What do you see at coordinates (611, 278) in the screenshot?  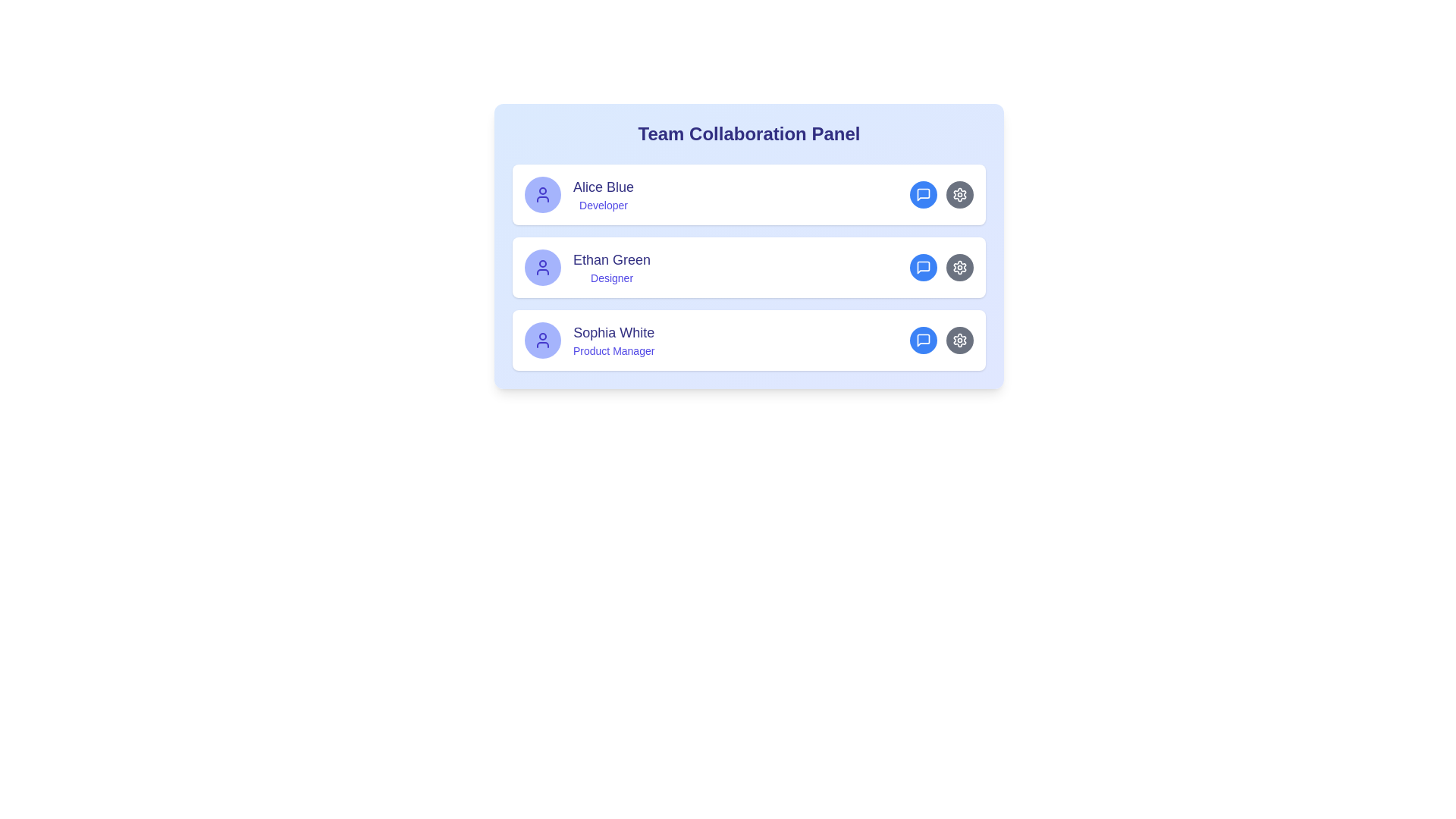 I see `the text label that describes the job title of team member 'Ethan Green', located directly beneath his name in the structured layout` at bounding box center [611, 278].